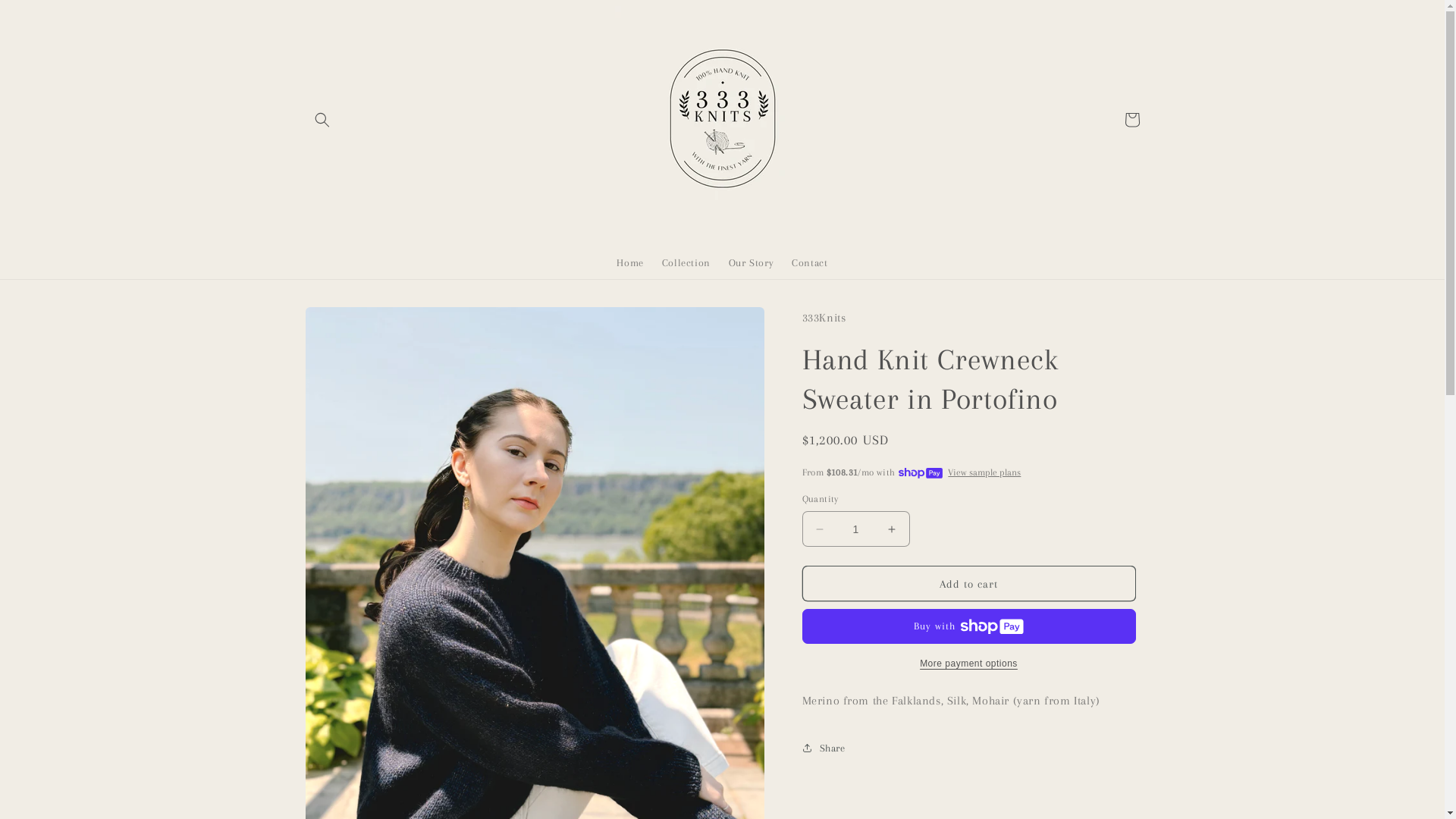  What do you see at coordinates (1131, 119) in the screenshot?
I see `'Cart'` at bounding box center [1131, 119].